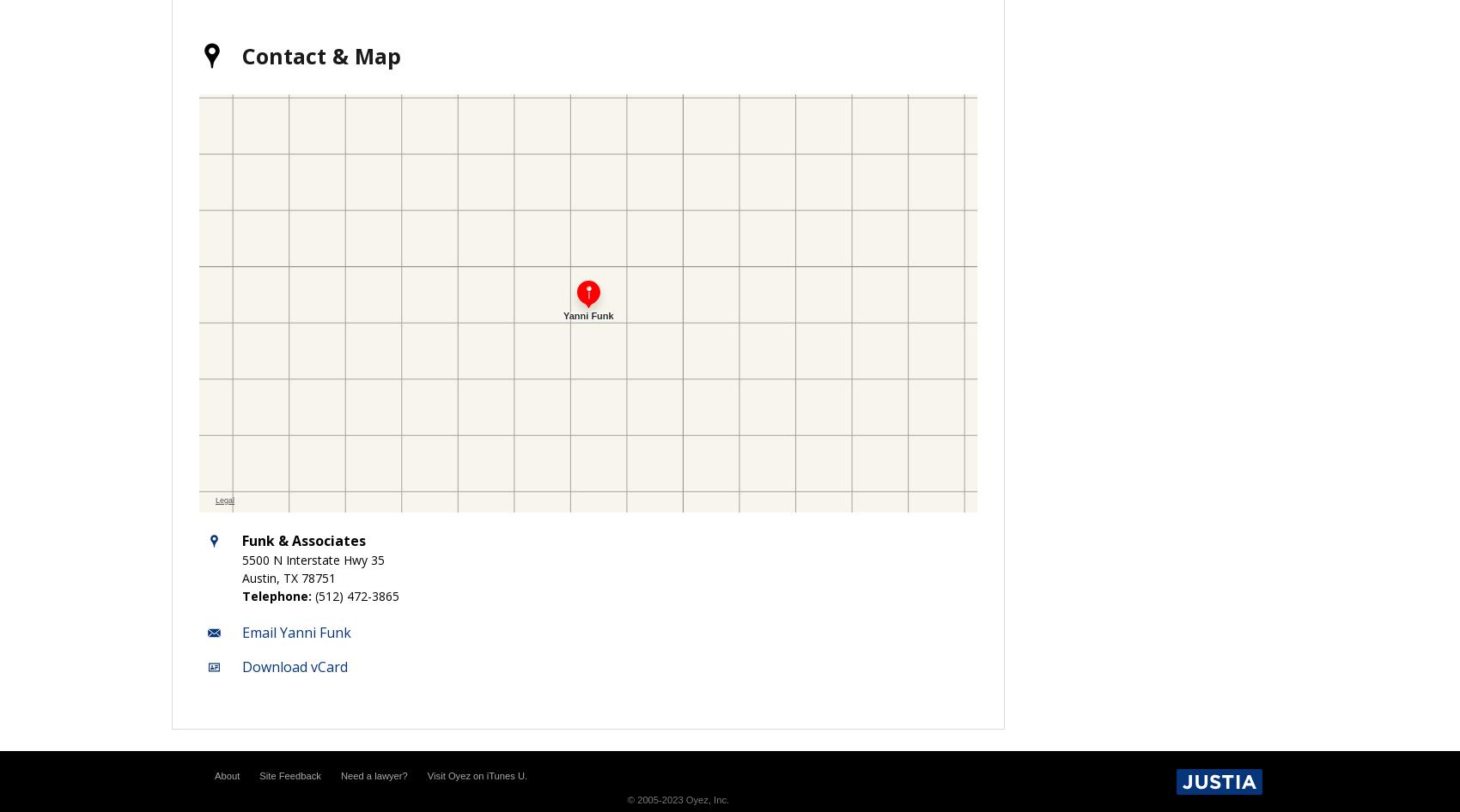 The width and height of the screenshot is (1460, 812). What do you see at coordinates (312, 559) in the screenshot?
I see `'5500 N Interstate Hwy 35'` at bounding box center [312, 559].